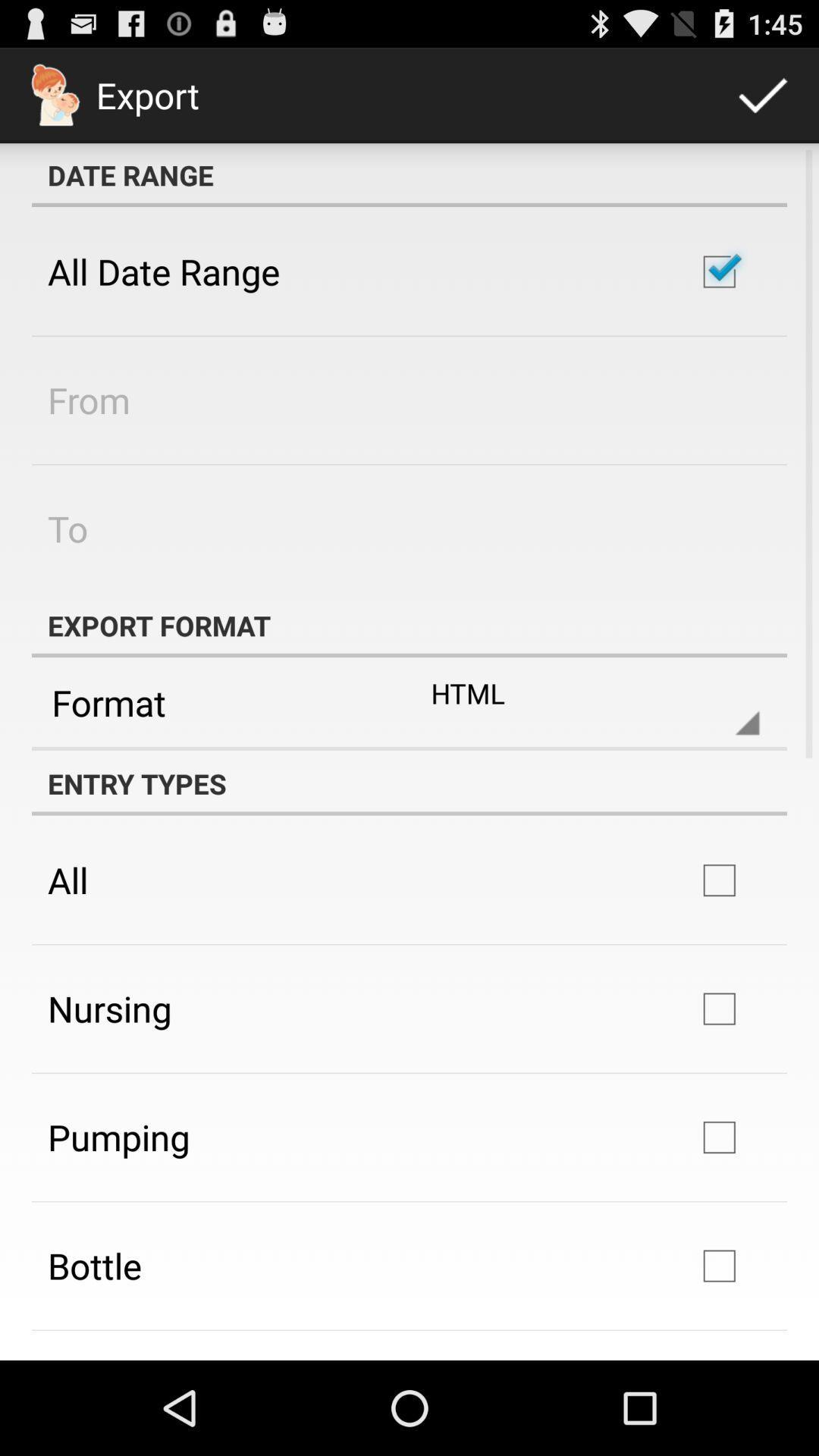  What do you see at coordinates (763, 94) in the screenshot?
I see `the item next to export icon` at bounding box center [763, 94].